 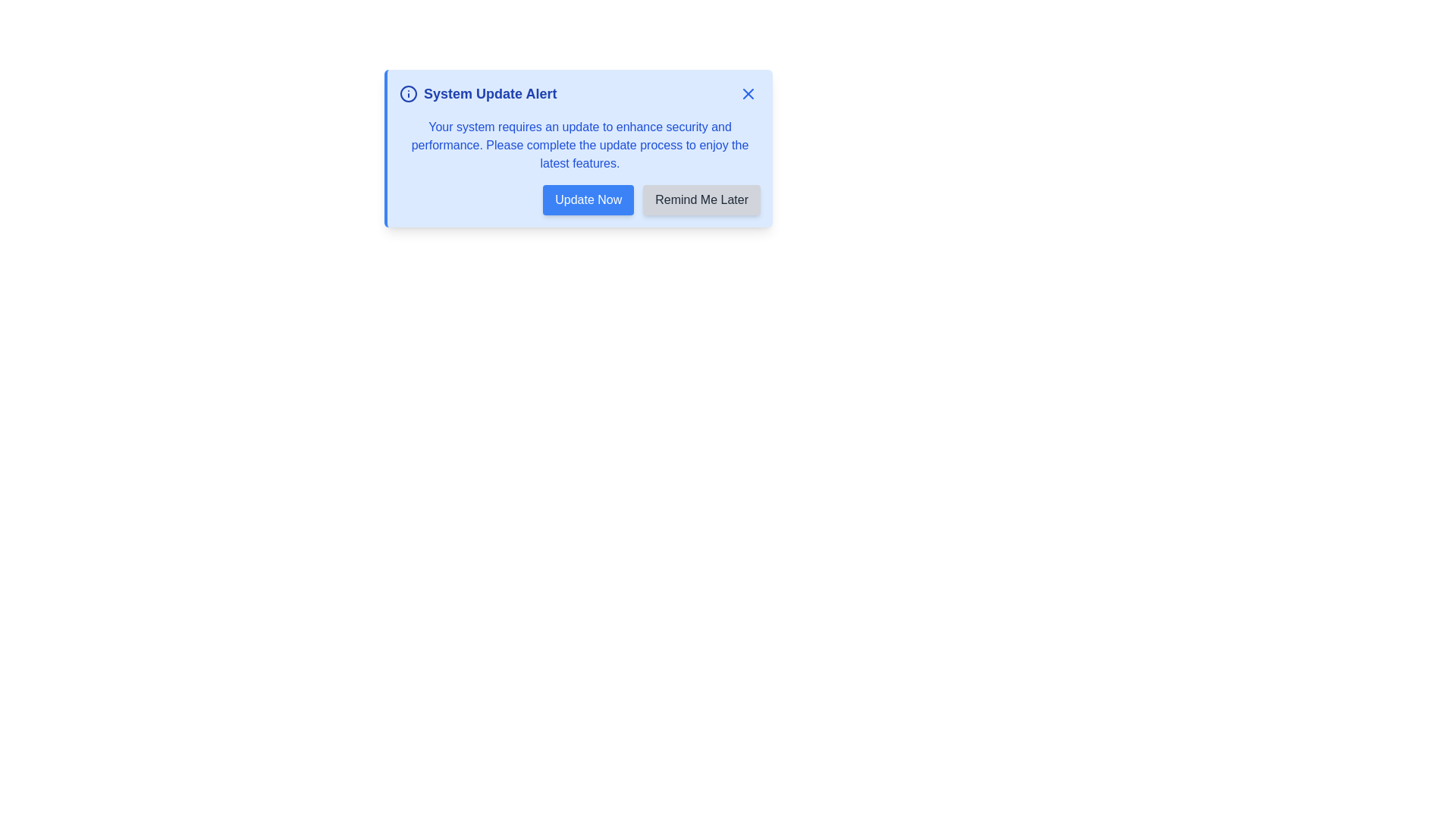 I want to click on the first button in the horizontally aligned group at the bottom-right corner of the 'System Update Alert' dialog box to change its background color, so click(x=588, y=199).